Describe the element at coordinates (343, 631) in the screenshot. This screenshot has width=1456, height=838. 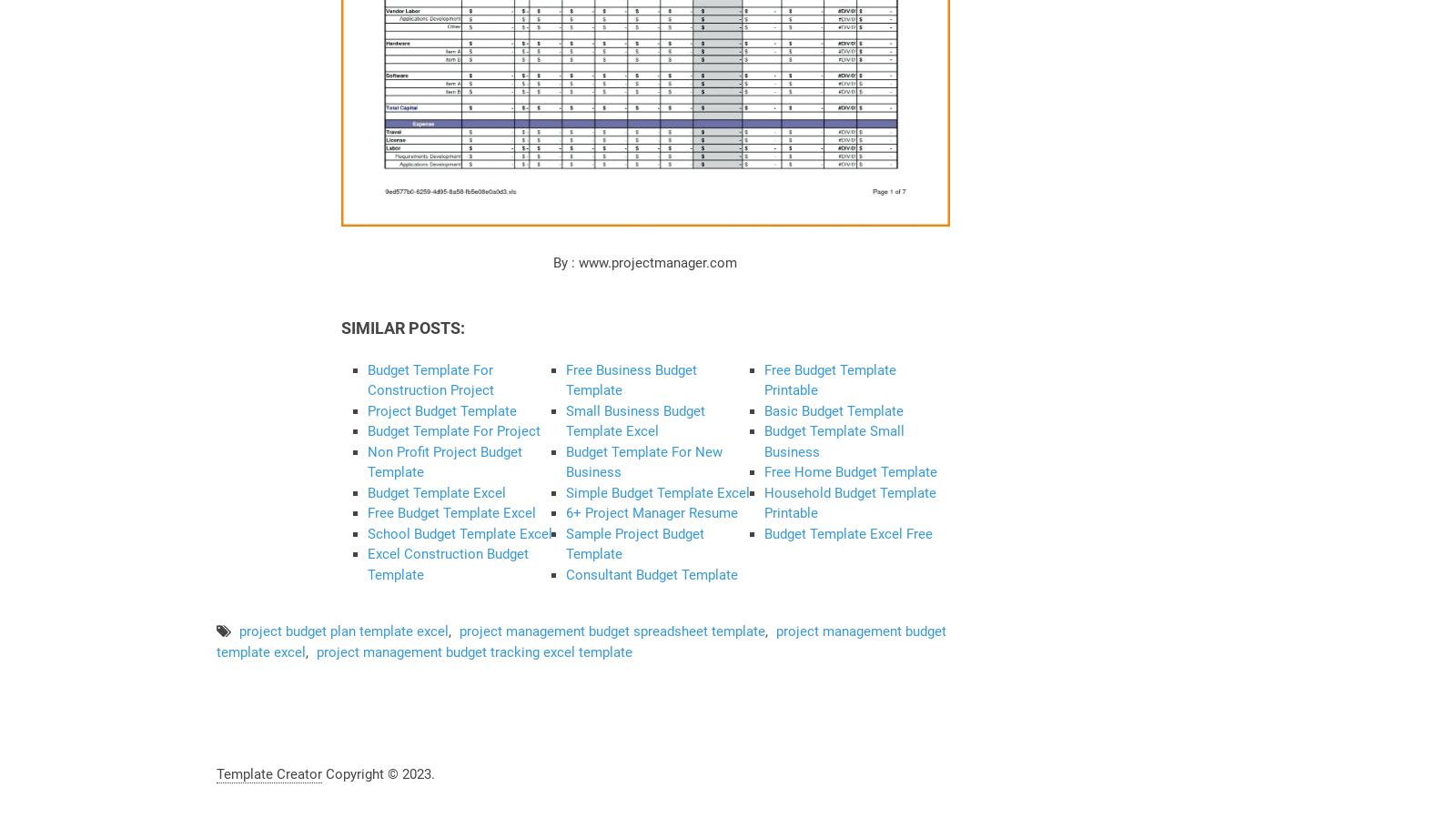
I see `'project budget plan template excel'` at that location.